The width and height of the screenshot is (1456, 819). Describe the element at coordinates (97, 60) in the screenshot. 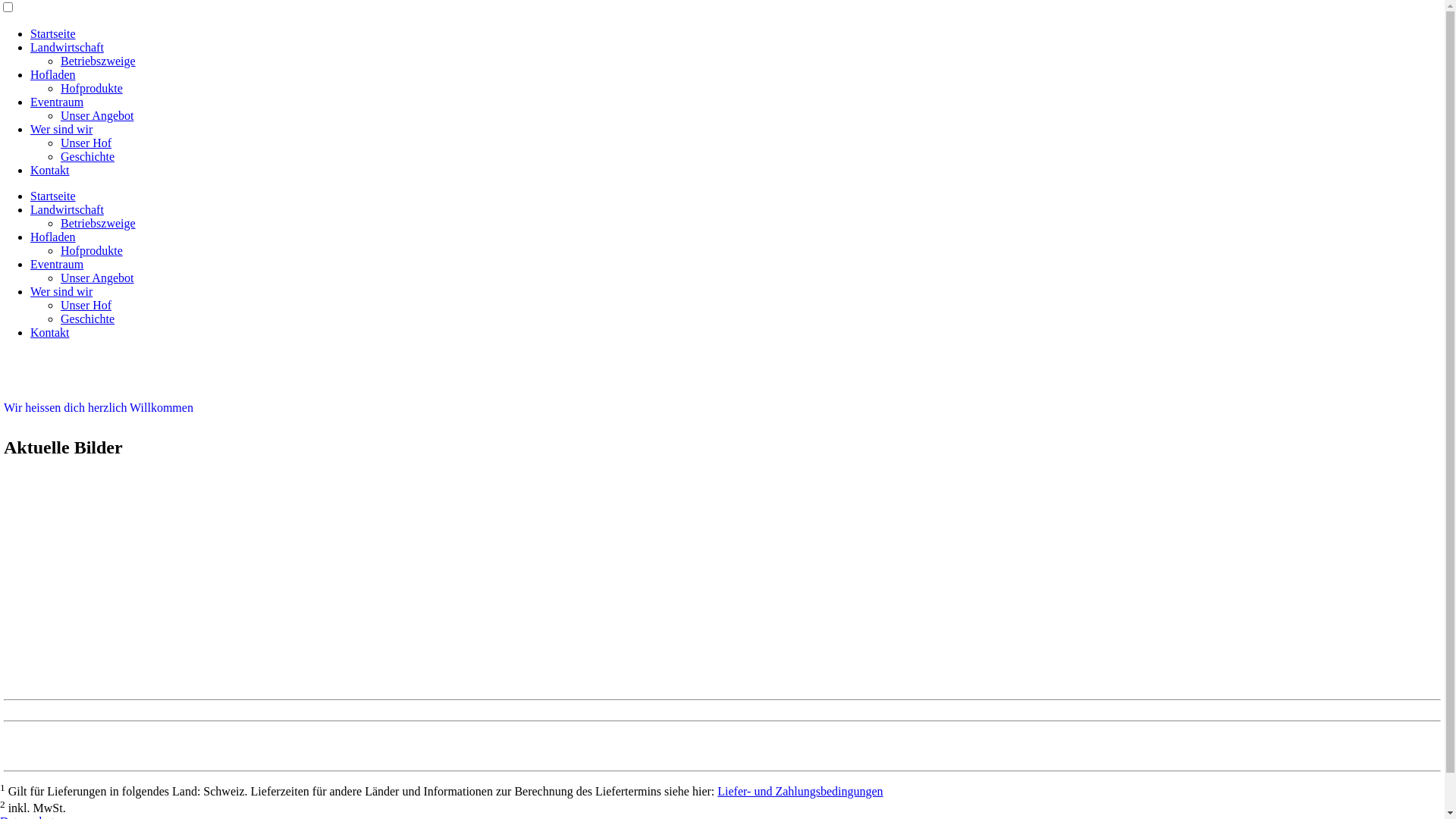

I see `'Betriebszweige'` at that location.